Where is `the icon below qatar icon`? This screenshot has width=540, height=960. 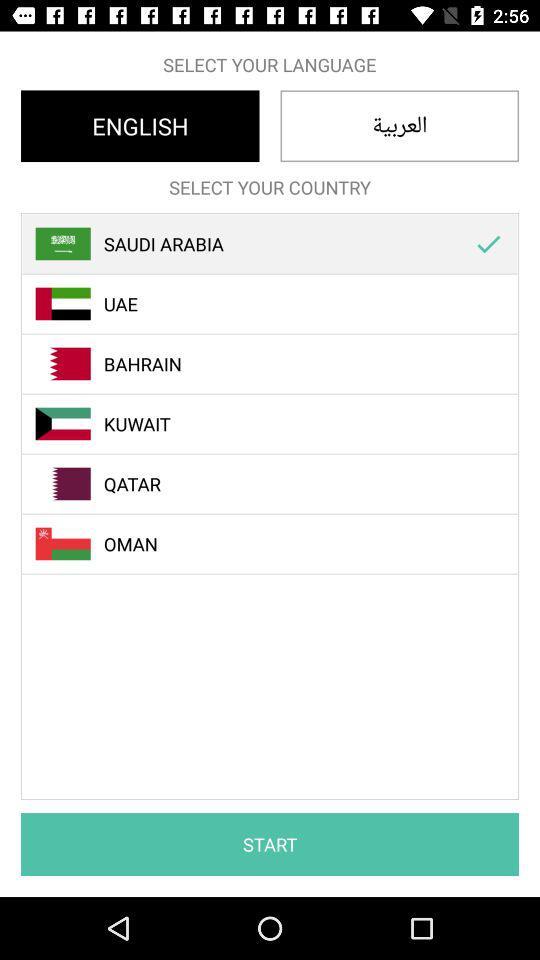 the icon below qatar icon is located at coordinates (280, 544).